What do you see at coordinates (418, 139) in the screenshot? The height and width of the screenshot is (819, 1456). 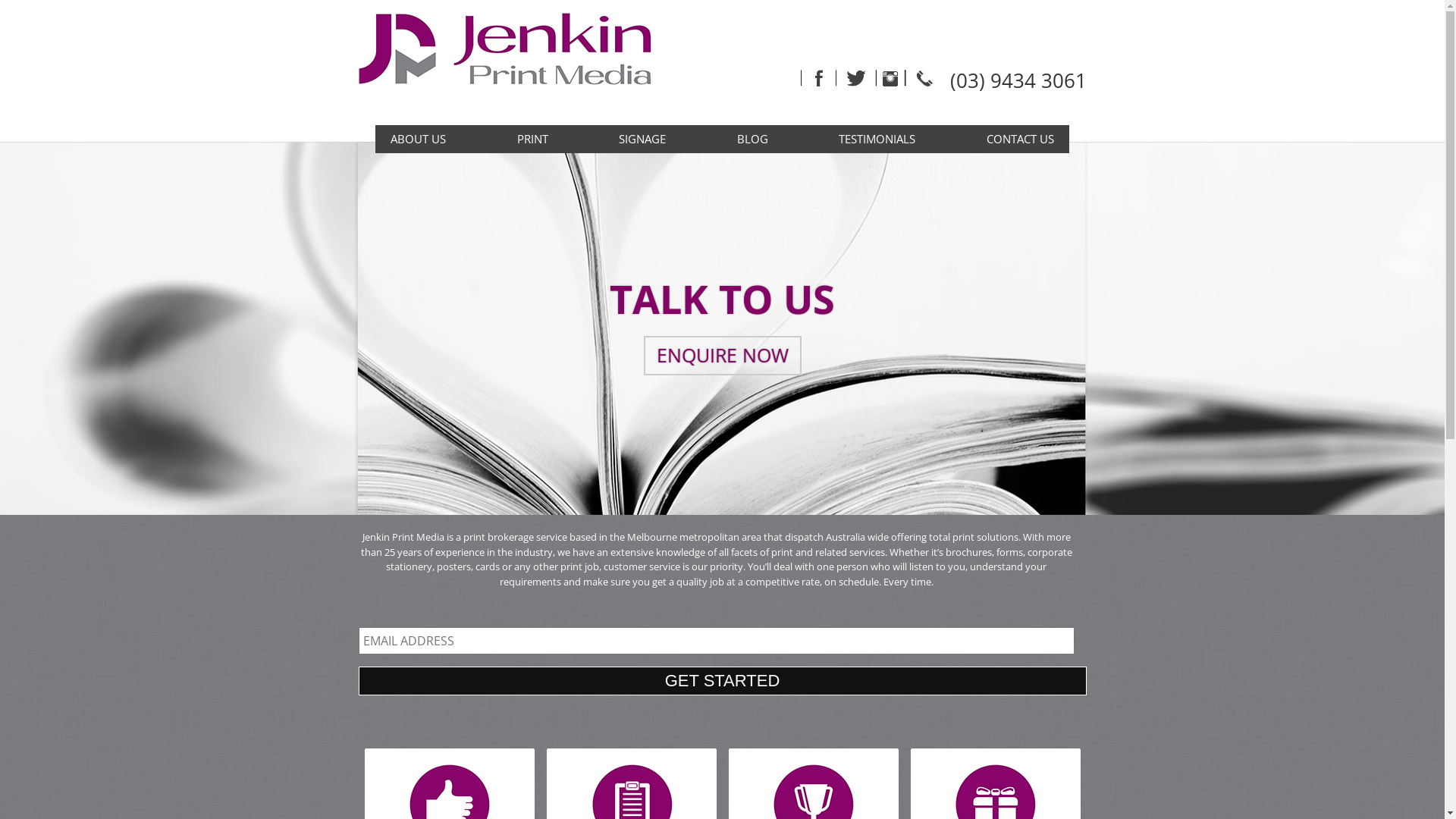 I see `'ABOUT US'` at bounding box center [418, 139].